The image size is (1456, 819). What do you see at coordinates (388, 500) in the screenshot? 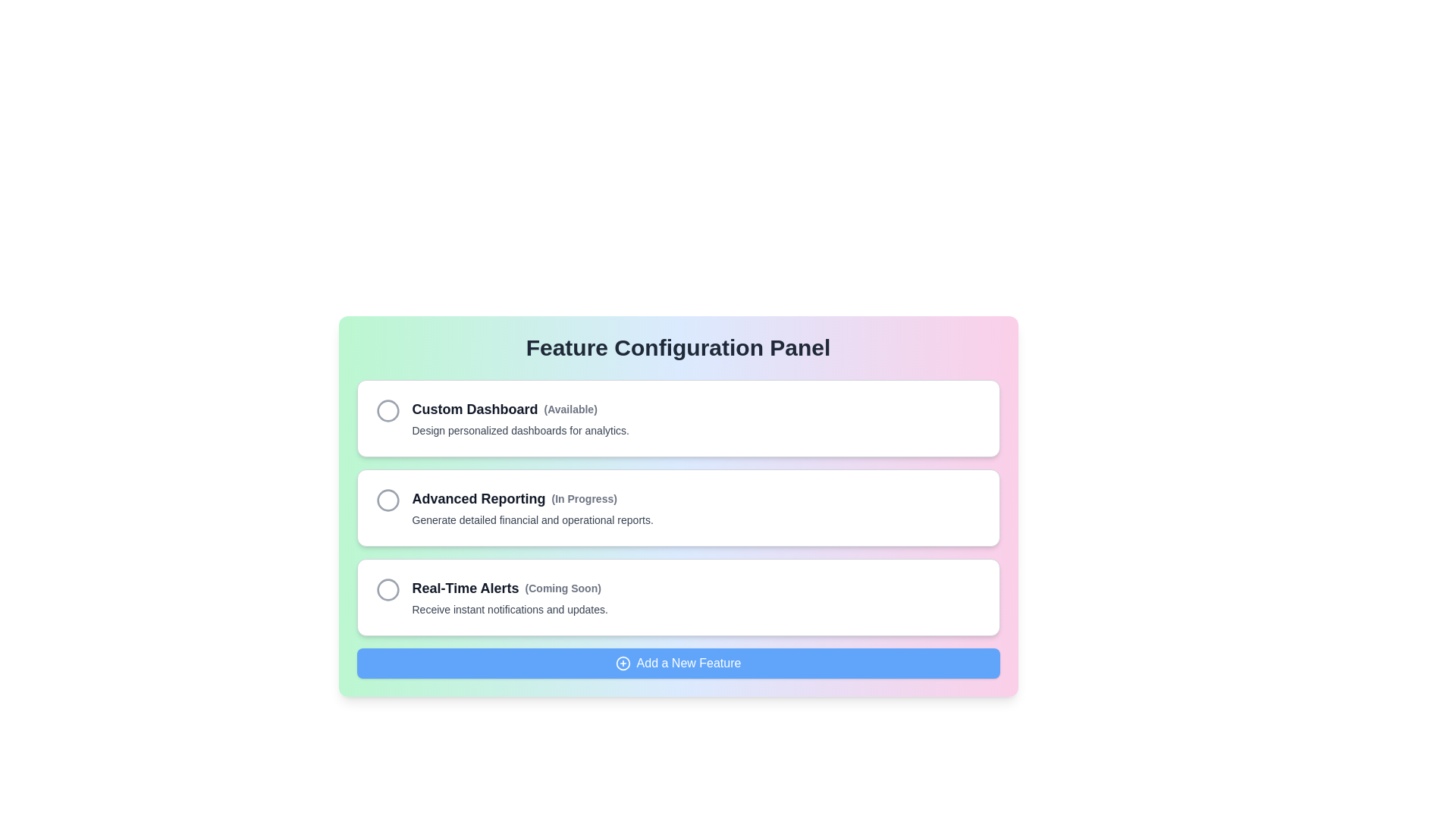
I see `the interactive circular icon with a gray outline located to the left of the 'Advanced Reporting (In Progress)' text` at bounding box center [388, 500].